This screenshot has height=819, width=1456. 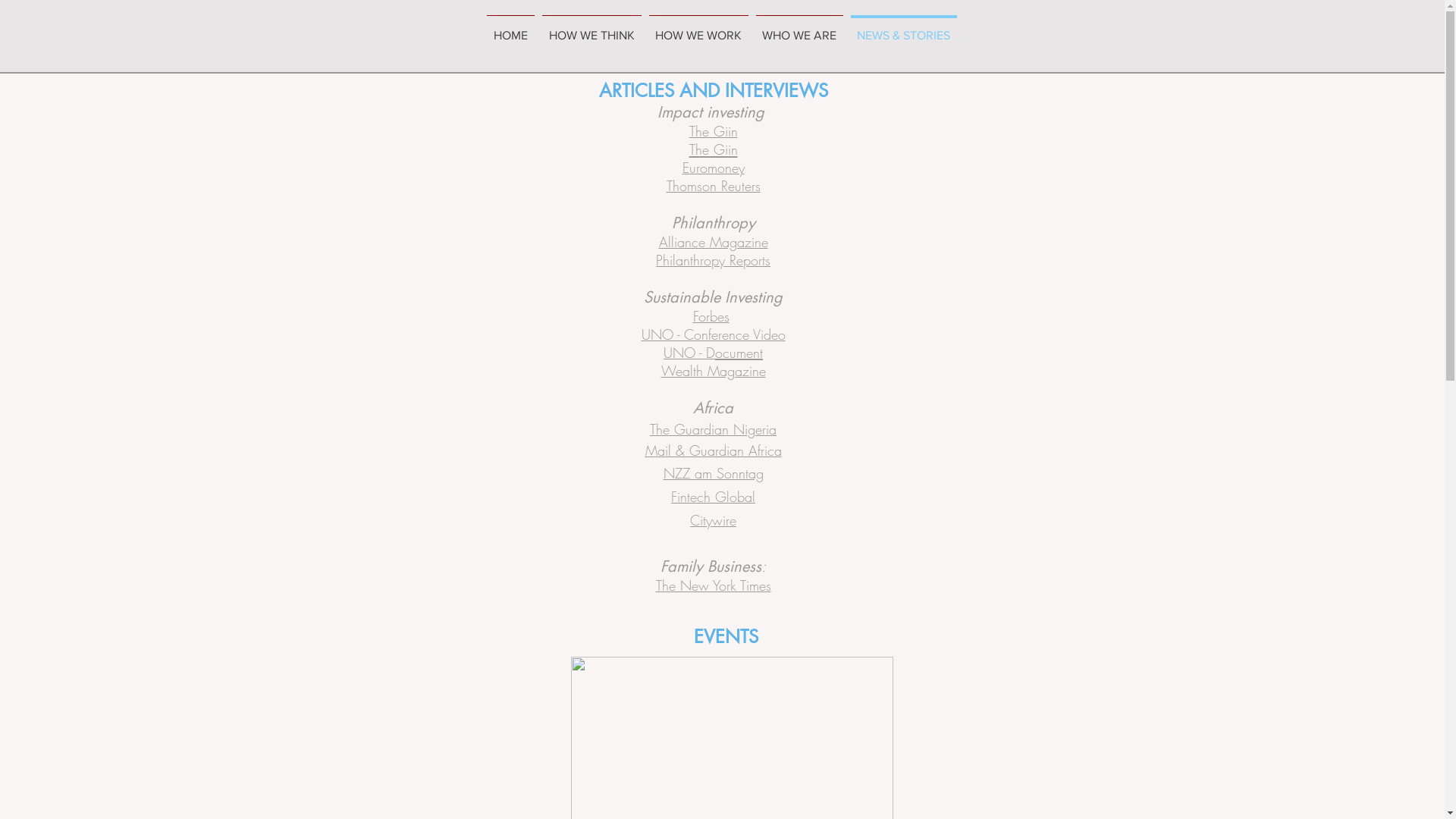 What do you see at coordinates (538, 29) in the screenshot?
I see `'HOW WE THINK'` at bounding box center [538, 29].